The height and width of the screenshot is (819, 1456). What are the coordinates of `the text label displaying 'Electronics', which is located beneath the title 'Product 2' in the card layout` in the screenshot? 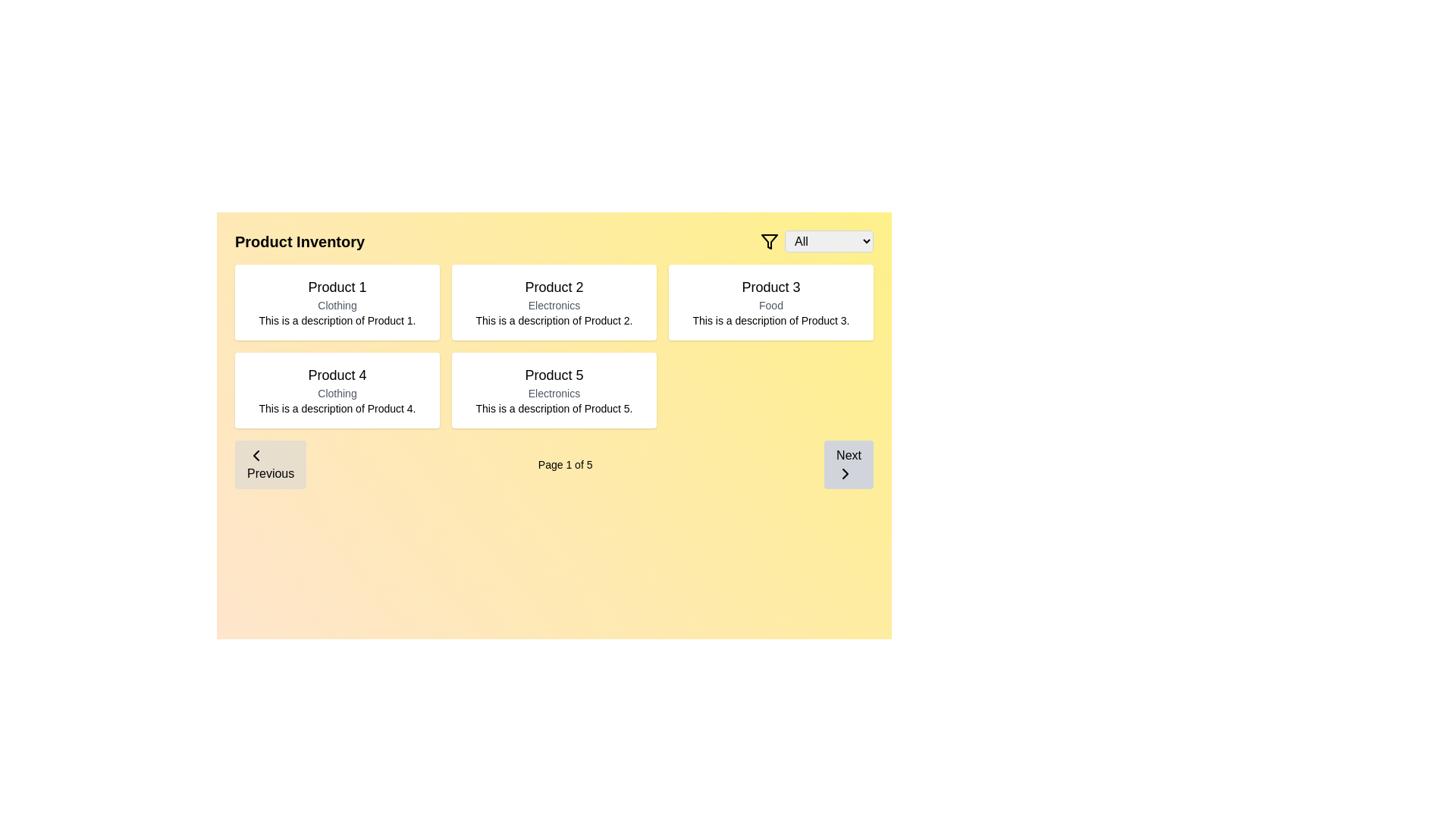 It's located at (553, 305).